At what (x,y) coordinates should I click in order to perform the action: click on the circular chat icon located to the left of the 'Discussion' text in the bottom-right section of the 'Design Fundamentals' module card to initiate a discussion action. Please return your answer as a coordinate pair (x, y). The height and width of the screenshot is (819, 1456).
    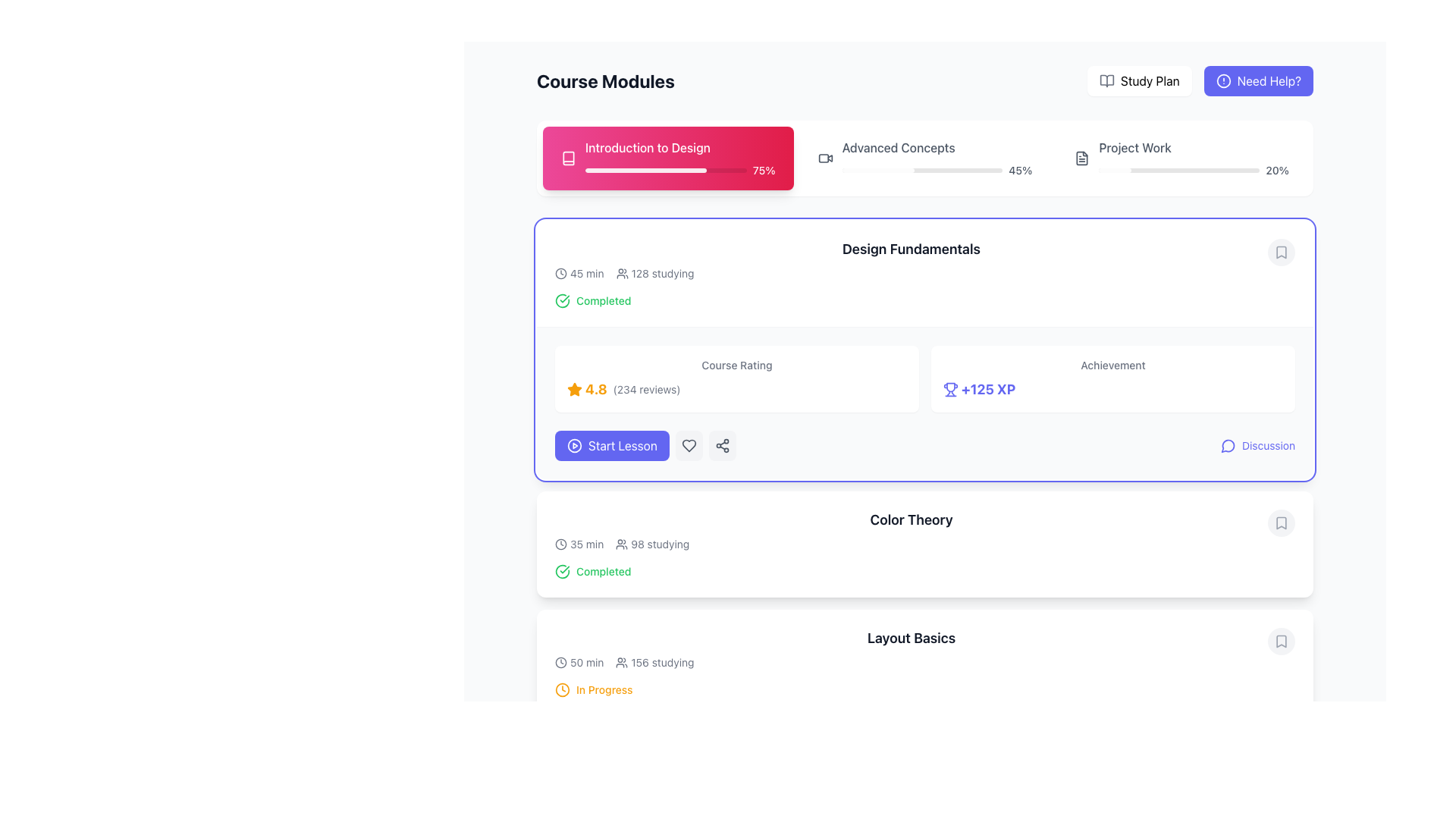
    Looking at the image, I should click on (1228, 444).